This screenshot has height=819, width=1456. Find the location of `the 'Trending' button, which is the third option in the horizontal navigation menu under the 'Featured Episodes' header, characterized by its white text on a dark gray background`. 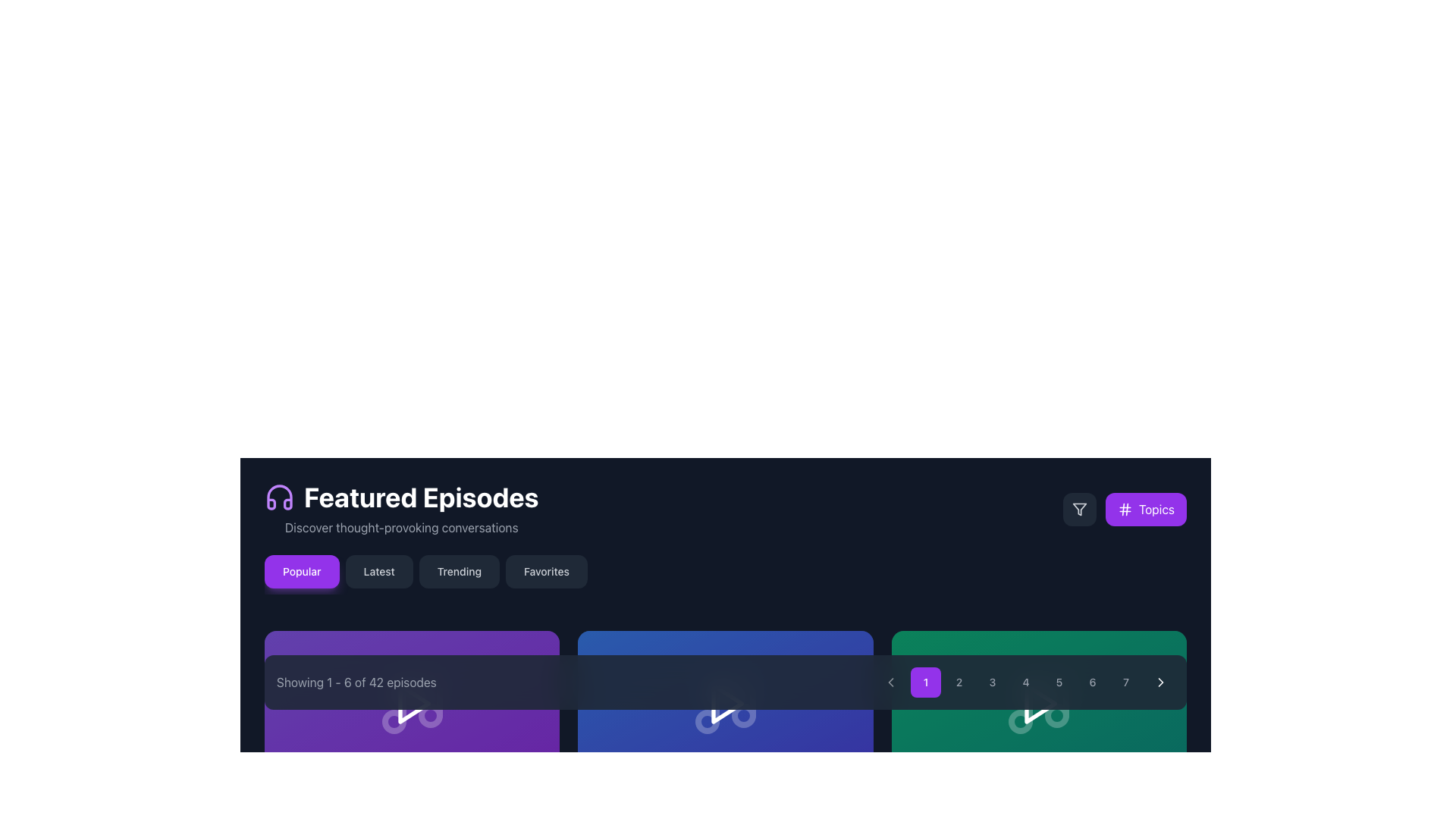

the 'Trending' button, which is the third option in the horizontal navigation menu under the 'Featured Episodes' header, characterized by its white text on a dark gray background is located at coordinates (458, 571).